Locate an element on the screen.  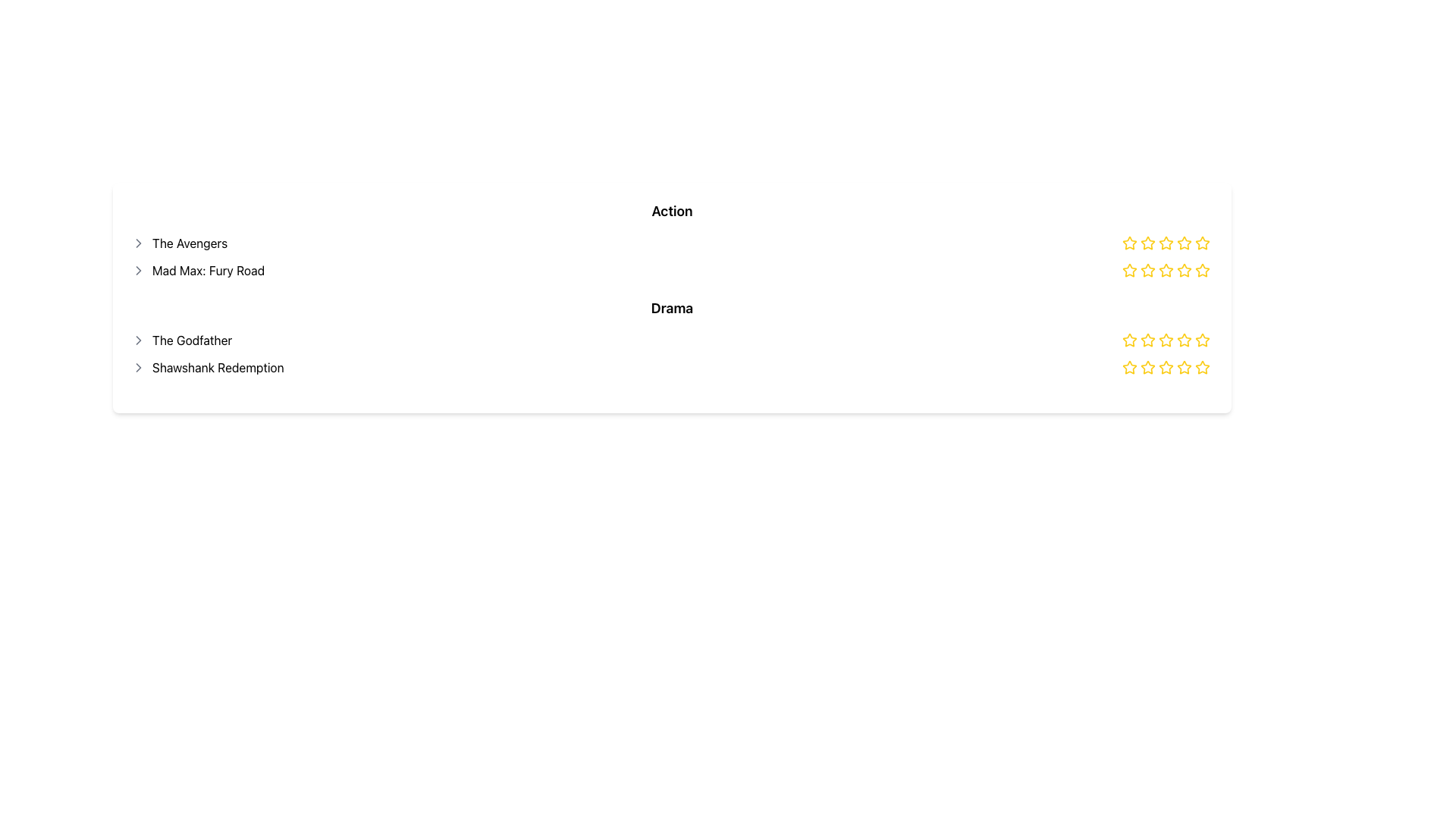
the fifth star in the rating system located in the rightmost column is located at coordinates (1201, 242).